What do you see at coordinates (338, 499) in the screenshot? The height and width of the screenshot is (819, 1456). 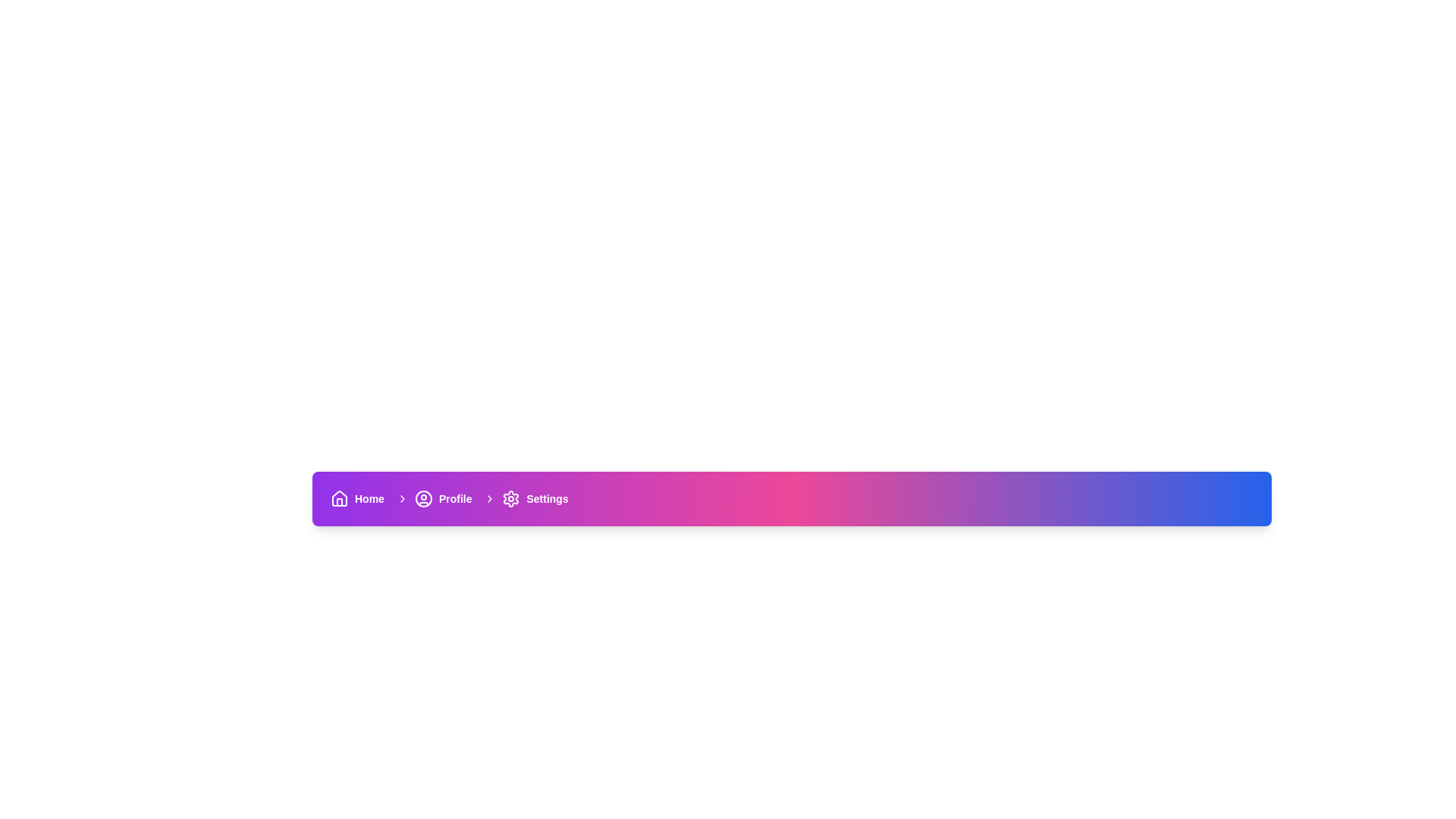 I see `the house-shaped icon filled with purple, located` at bounding box center [338, 499].